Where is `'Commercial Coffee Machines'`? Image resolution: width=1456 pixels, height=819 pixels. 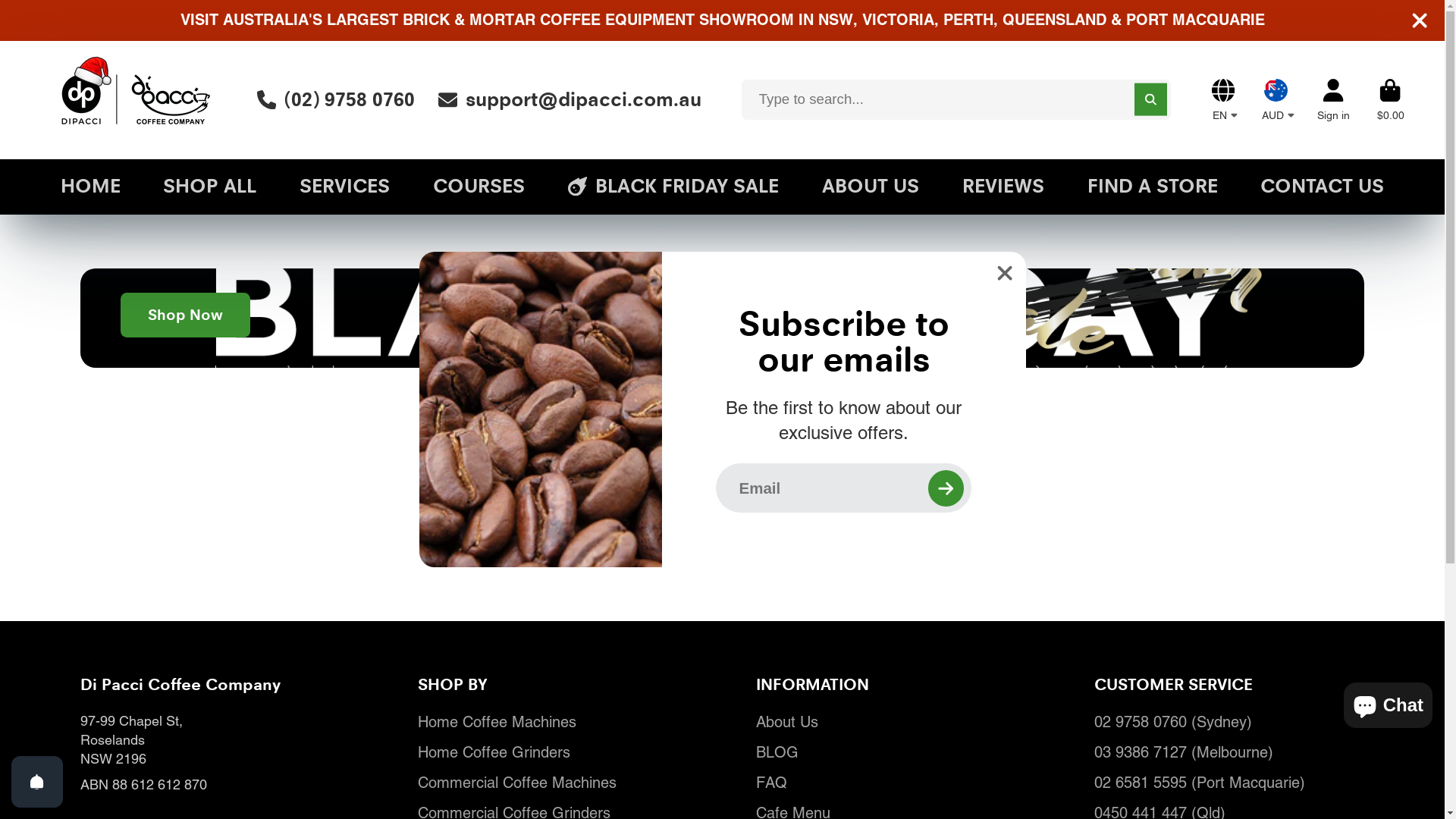
'Commercial Coffee Machines' is located at coordinates (552, 783).